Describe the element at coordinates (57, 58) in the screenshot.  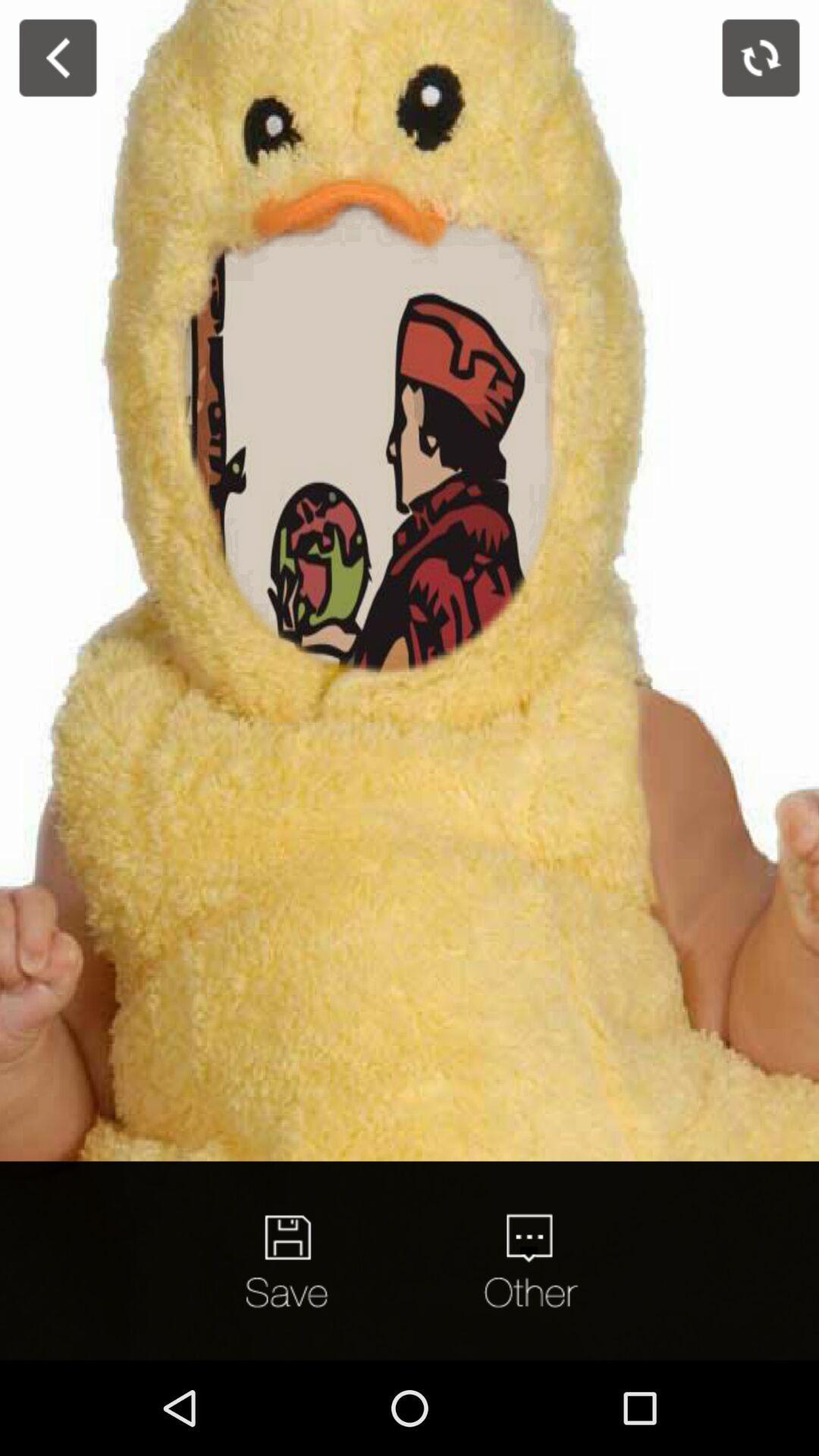
I see `the arrow_backward icon` at that location.